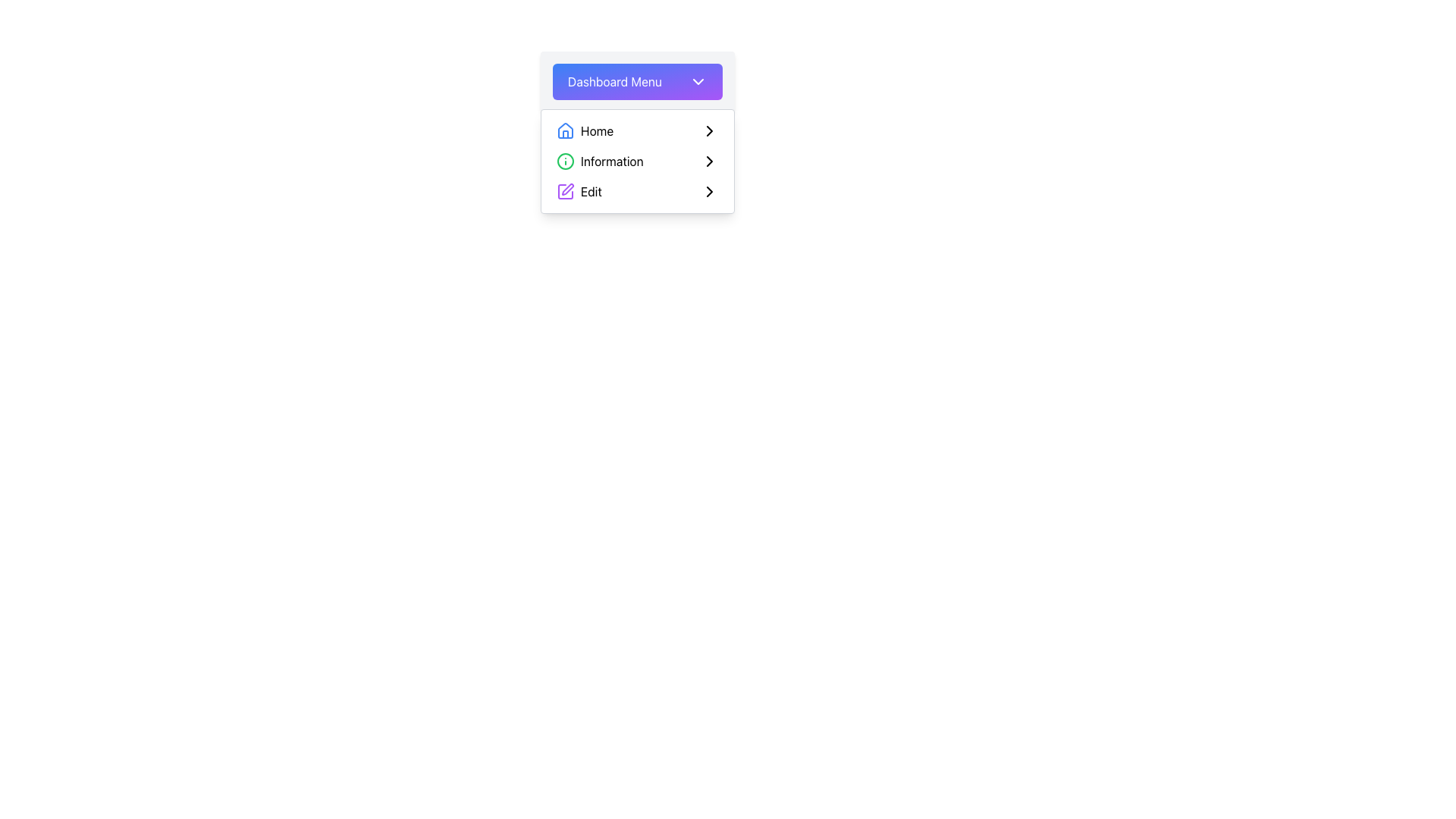 The width and height of the screenshot is (1456, 819). I want to click on the 'Information' menu item, which is a rectangular item with an 'i' icon in a green circle on the left and a right-facing arrow on the right, positioned below the 'Home' item in the vertical menu, so click(637, 161).